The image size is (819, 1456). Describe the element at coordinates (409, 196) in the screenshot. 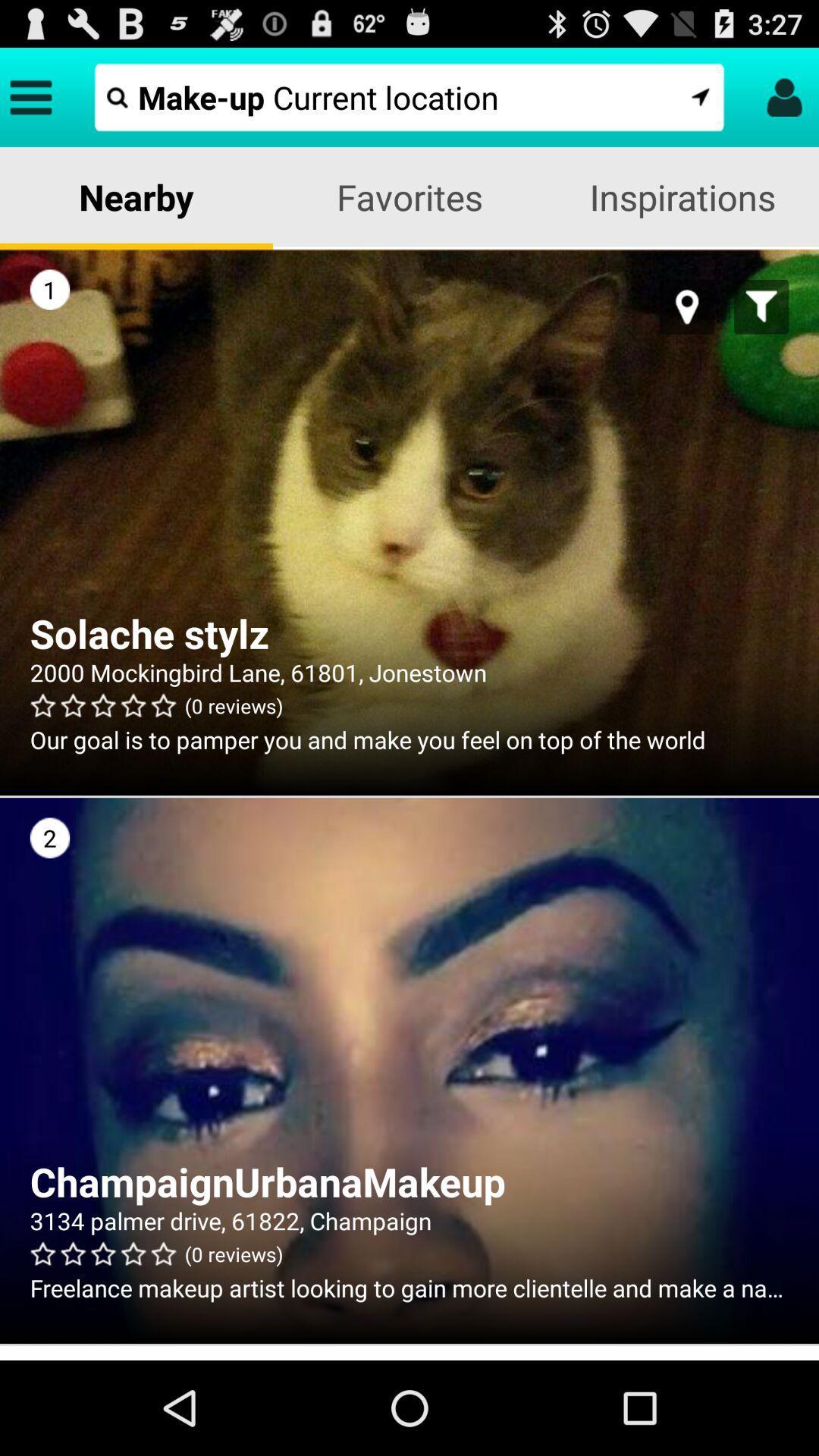

I see `favorites item` at that location.